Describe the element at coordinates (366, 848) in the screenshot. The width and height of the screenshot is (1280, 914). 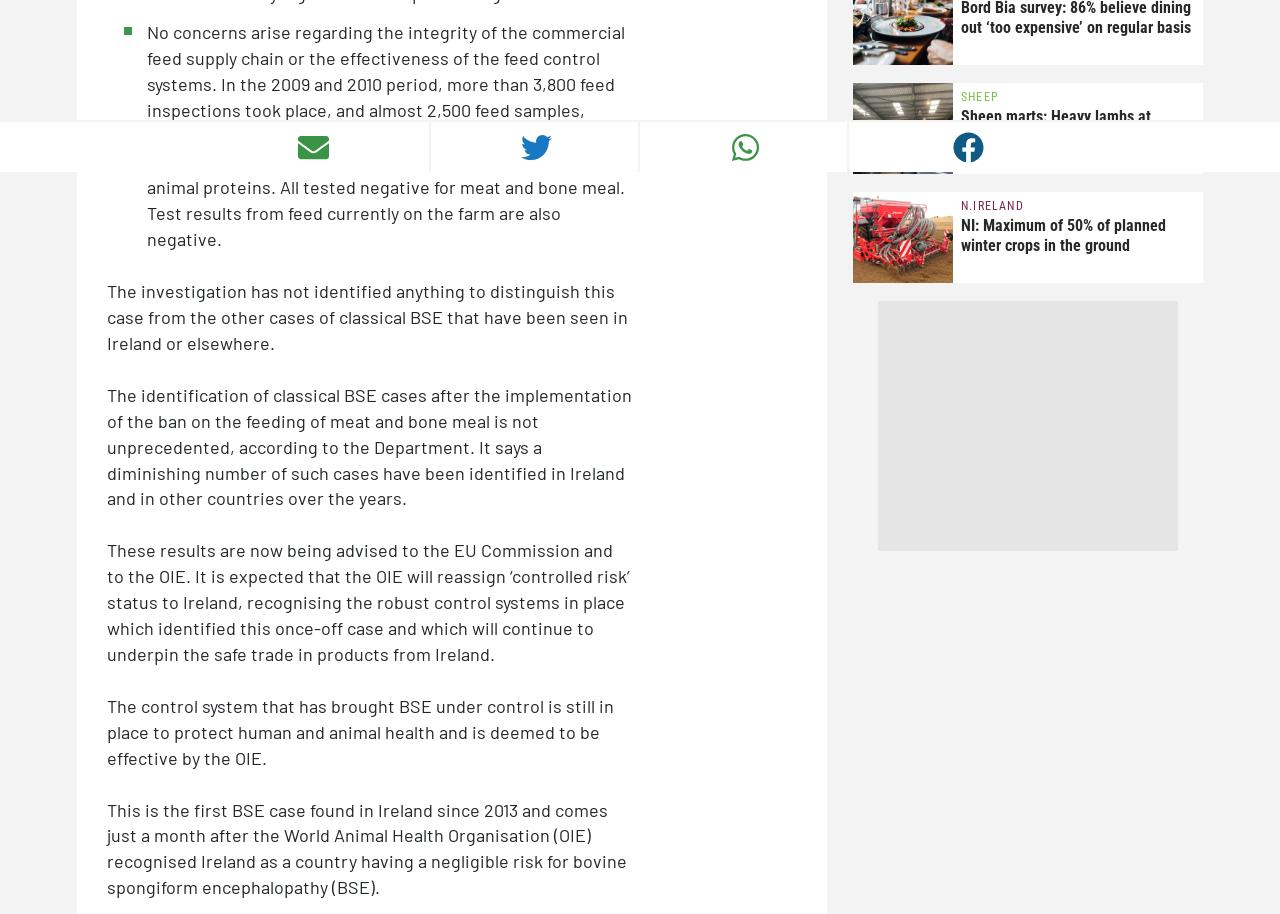
I see `'This is the first BSE case found in Ireland since 2013 and comes just a month after the World Animal Health Organisation (OIE) recognised Ireland as a country having a negligible risk for bovine spongiform encephalopathy (BSE).'` at that location.